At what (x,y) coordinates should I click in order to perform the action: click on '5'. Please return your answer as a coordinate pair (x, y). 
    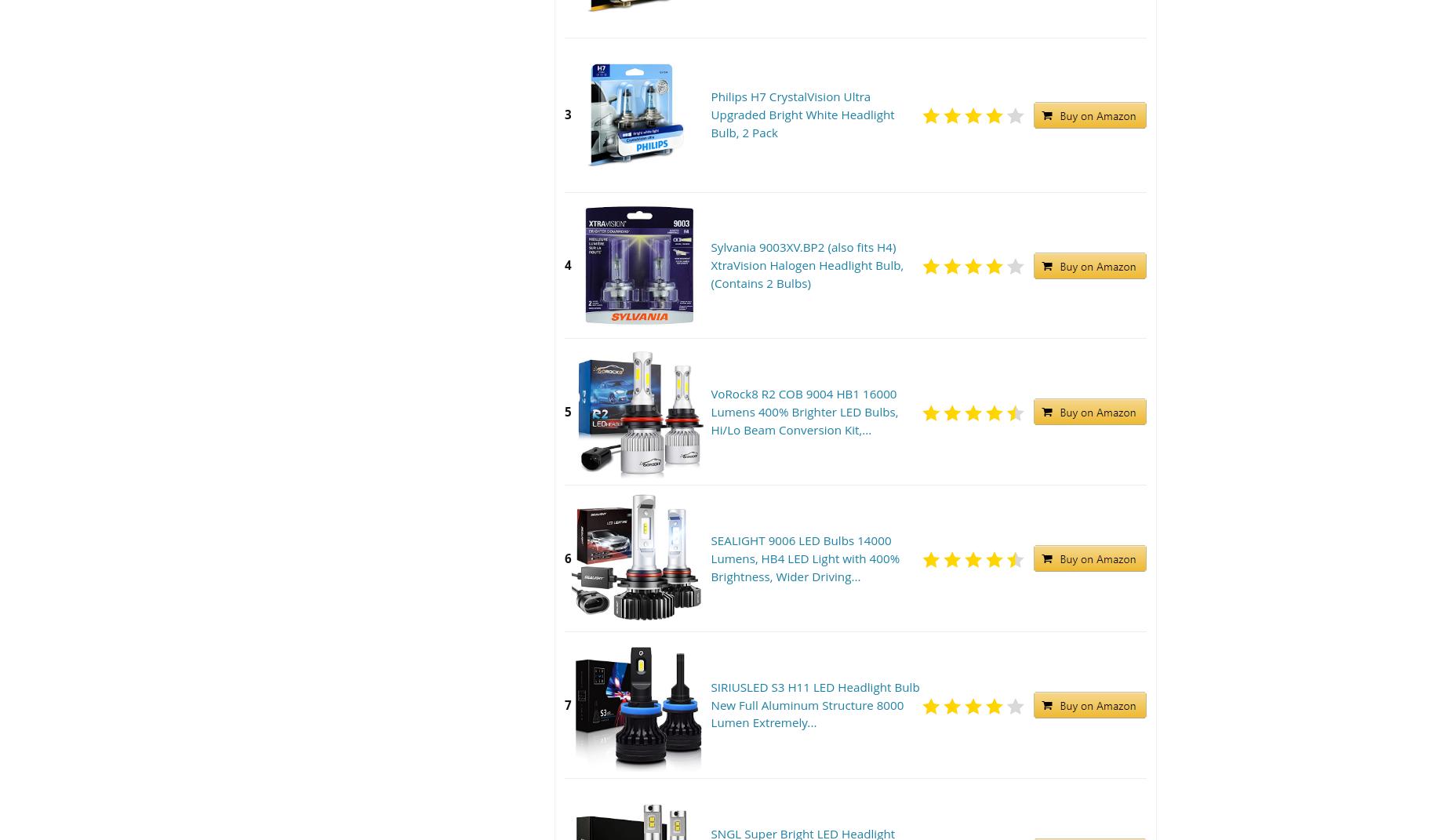
    Looking at the image, I should click on (568, 410).